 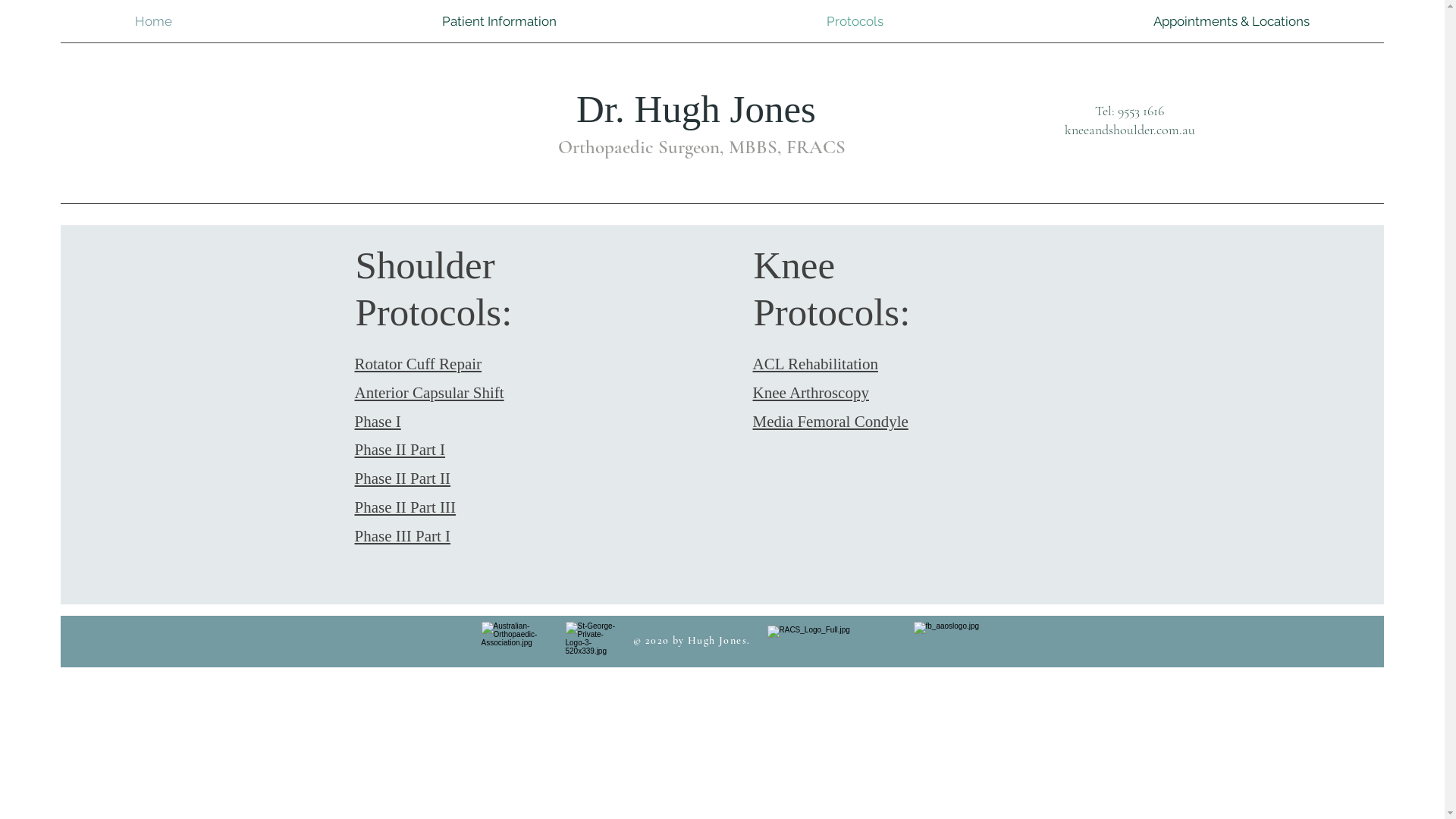 What do you see at coordinates (700, 108) in the screenshot?
I see `'Dr. Hugh Jones '` at bounding box center [700, 108].